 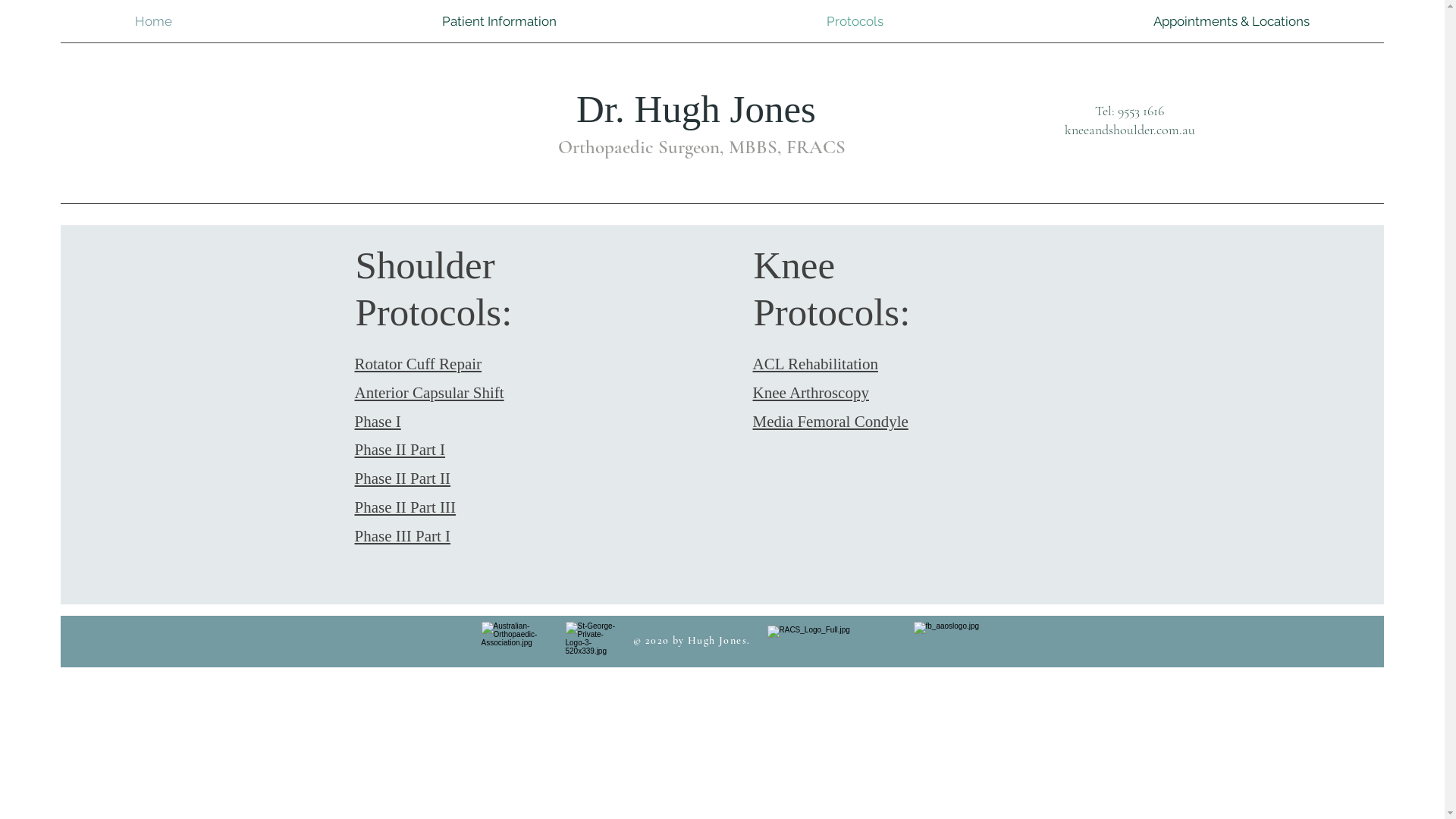 What do you see at coordinates (700, 108) in the screenshot?
I see `'Dr. Hugh Jones '` at bounding box center [700, 108].